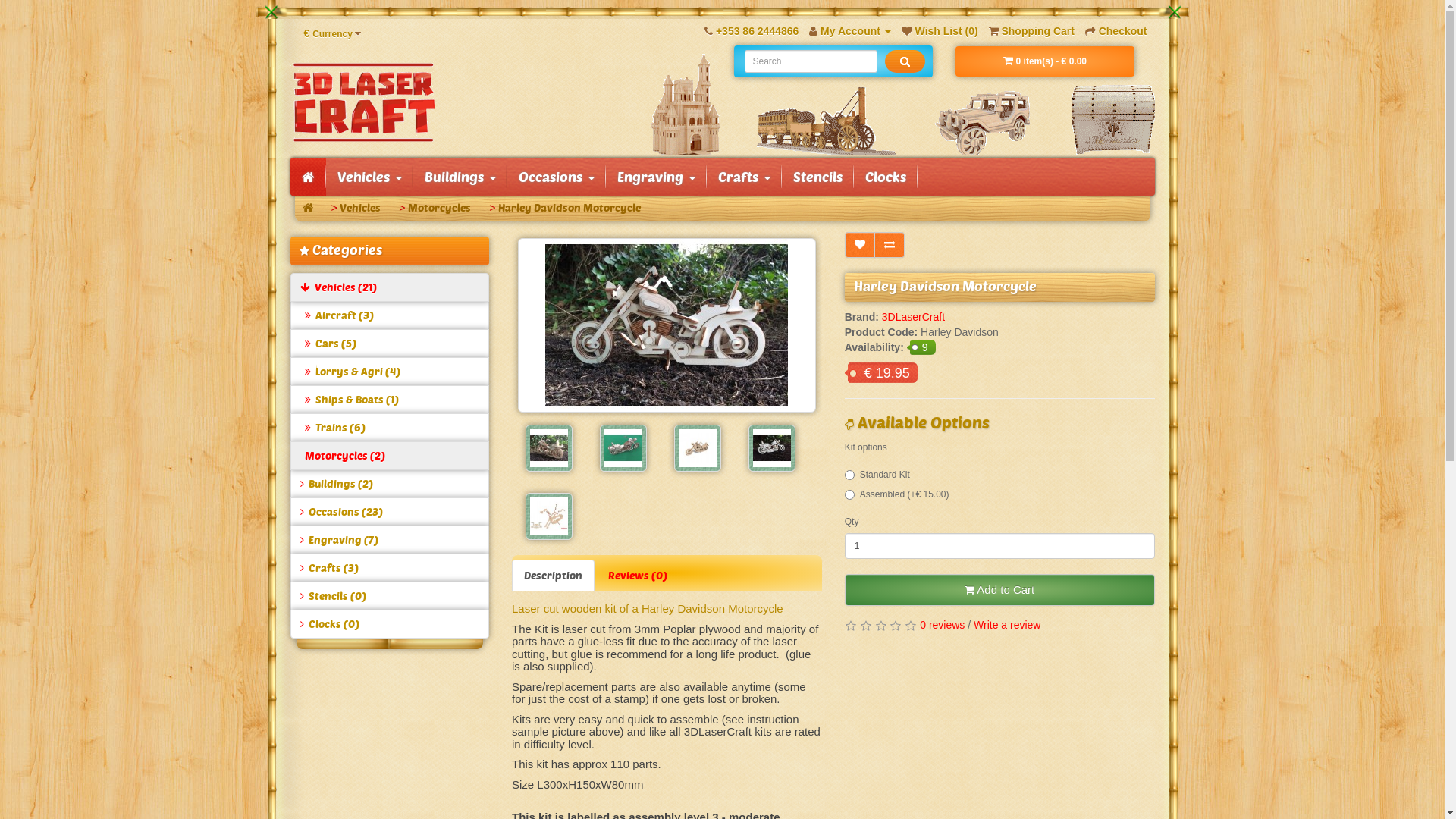 This screenshot has width=1456, height=819. What do you see at coordinates (290, 315) in the screenshot?
I see `'    Aircraft (3)'` at bounding box center [290, 315].